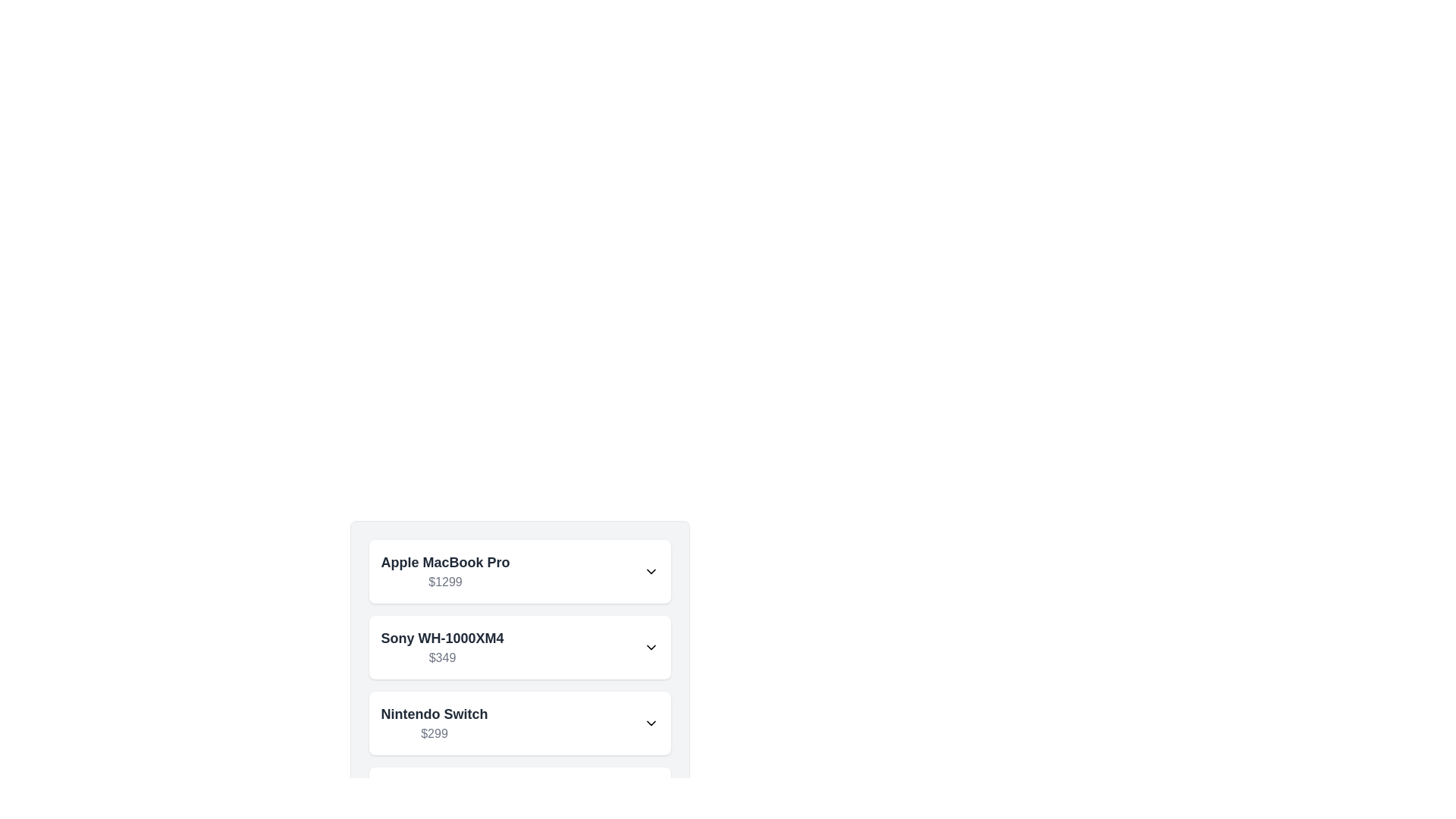 The height and width of the screenshot is (819, 1456). Describe the element at coordinates (651, 722) in the screenshot. I see `the downward-pointing chevron icon button located to the right of the text 'Nintendo Switch $299'` at that location.